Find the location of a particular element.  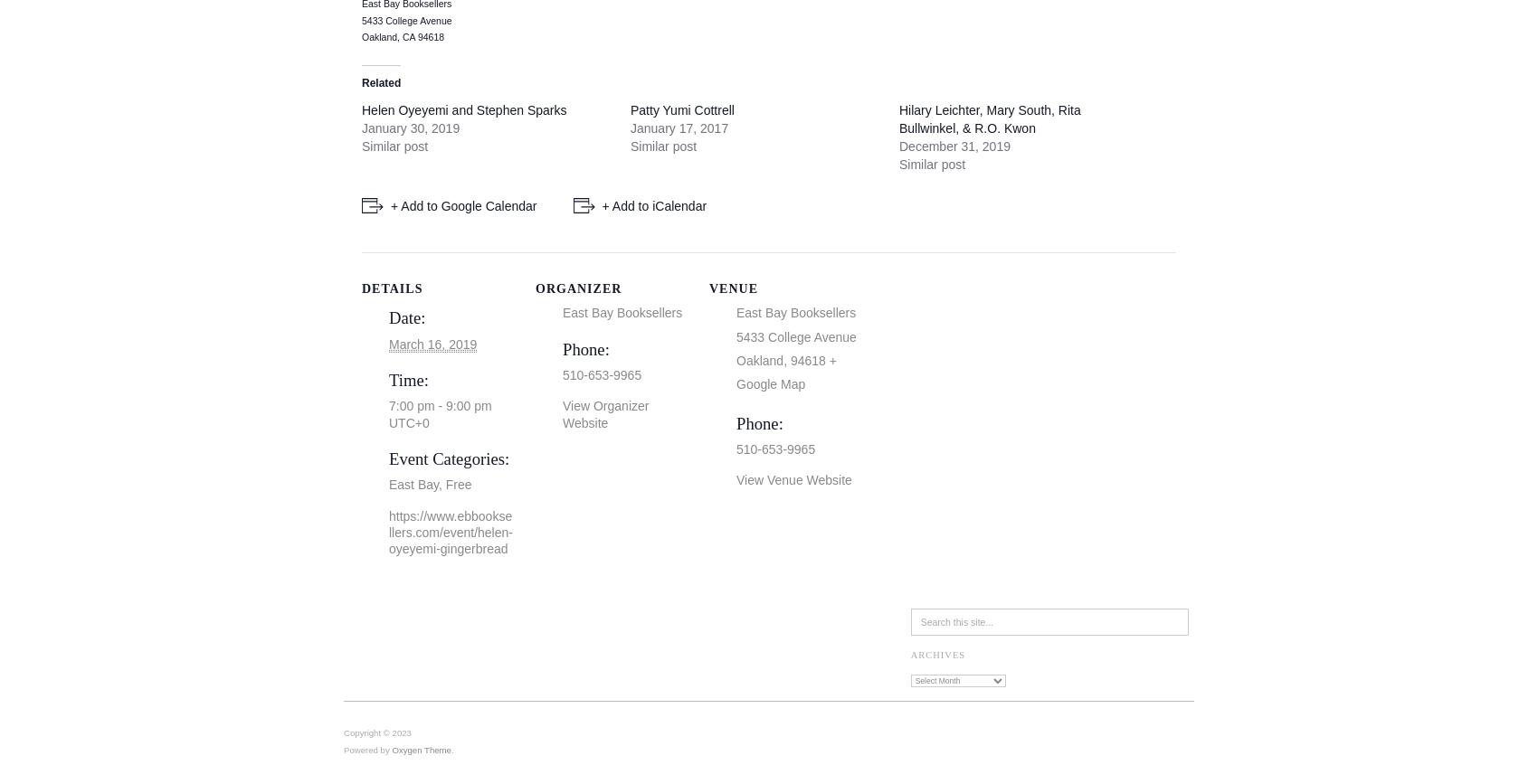

'+ Google Map' is located at coordinates (786, 371).